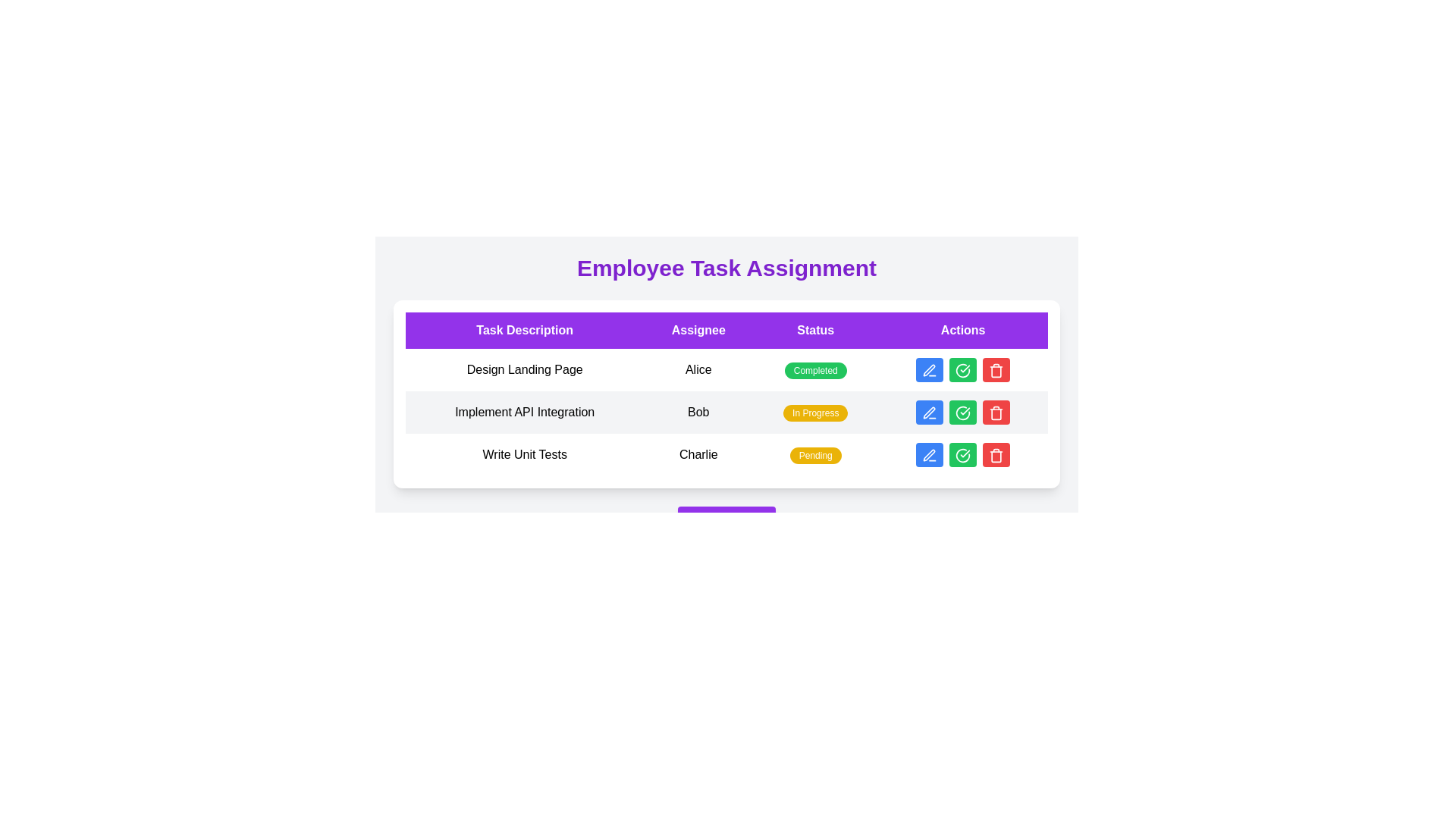 The height and width of the screenshot is (819, 1456). Describe the element at coordinates (962, 370) in the screenshot. I see `the circular green checkmark icon indicating success in the 'Actions' column of the first row under the 'Design Landing Page' task` at that location.